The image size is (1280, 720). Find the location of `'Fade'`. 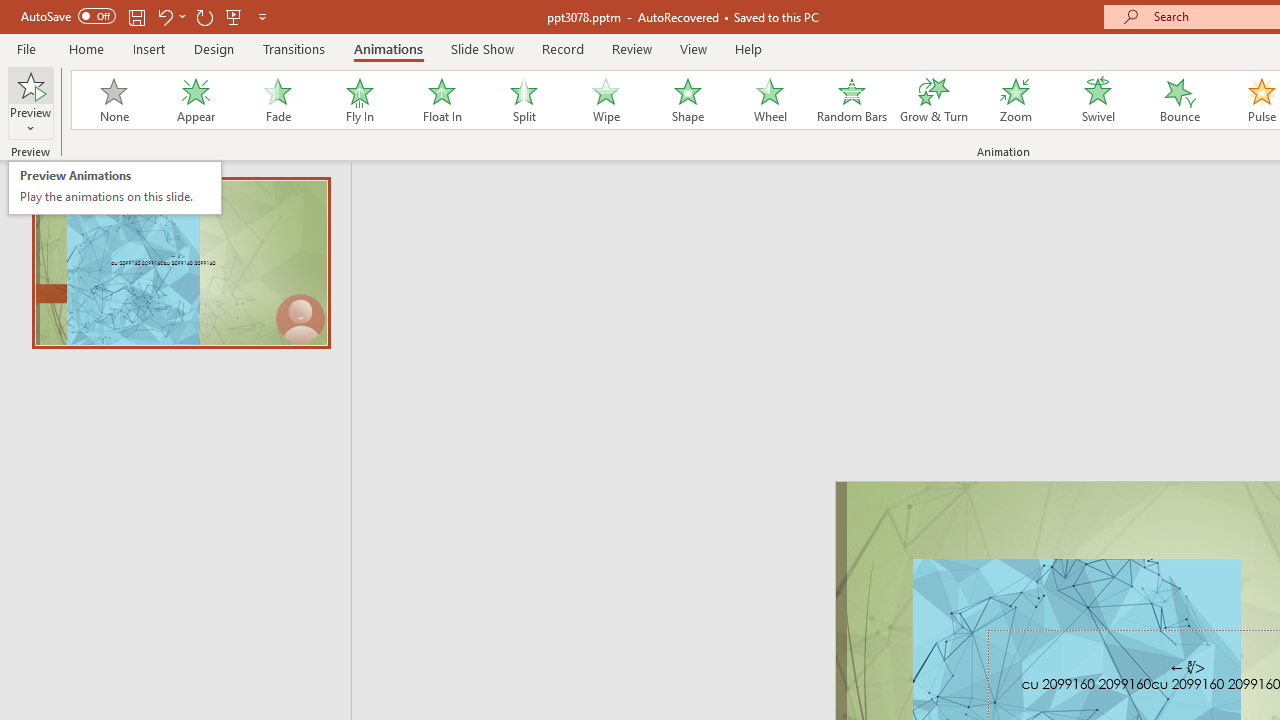

'Fade' is located at coordinates (276, 100).